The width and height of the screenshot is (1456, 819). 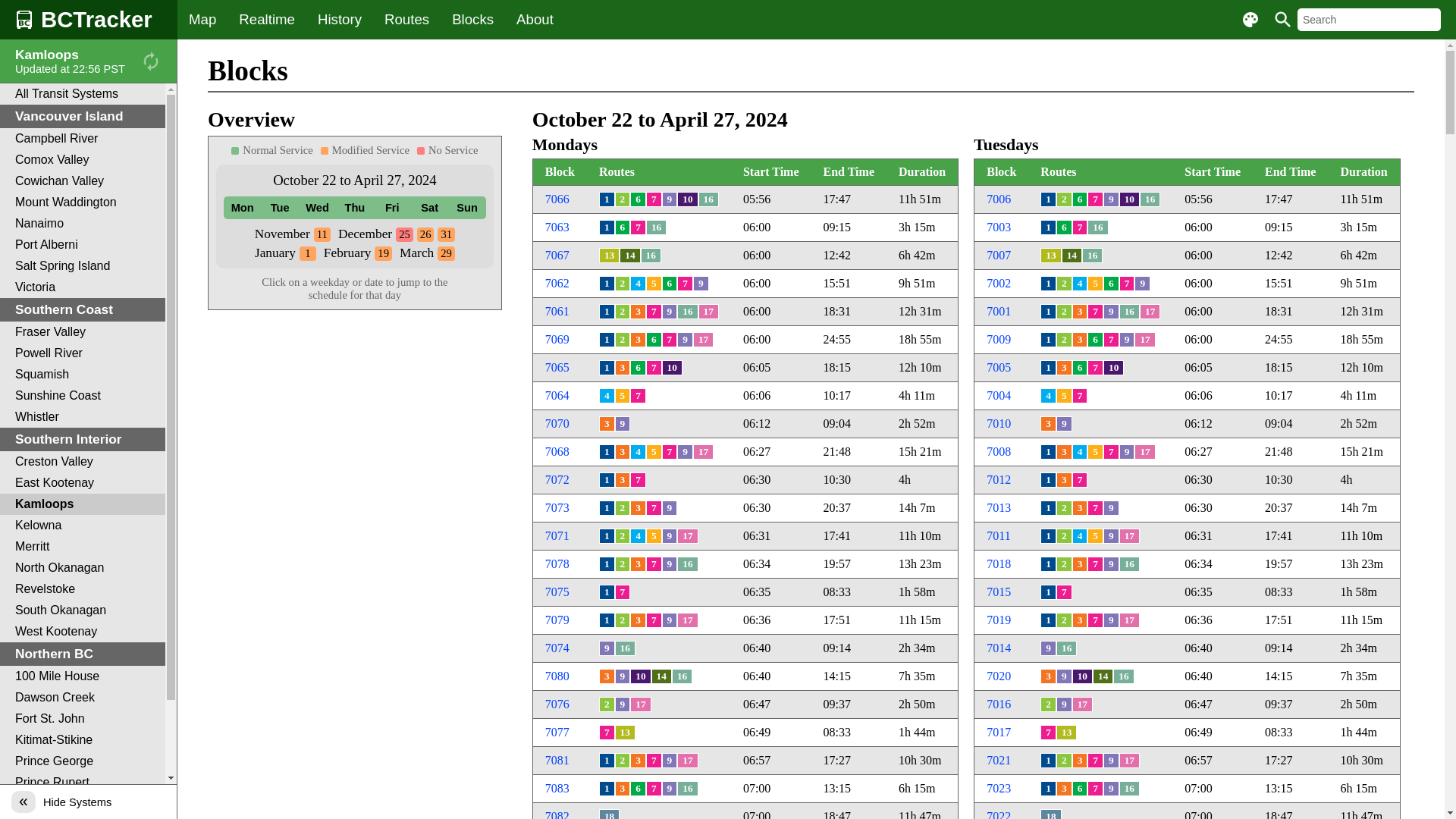 I want to click on '4', so click(x=638, y=284).